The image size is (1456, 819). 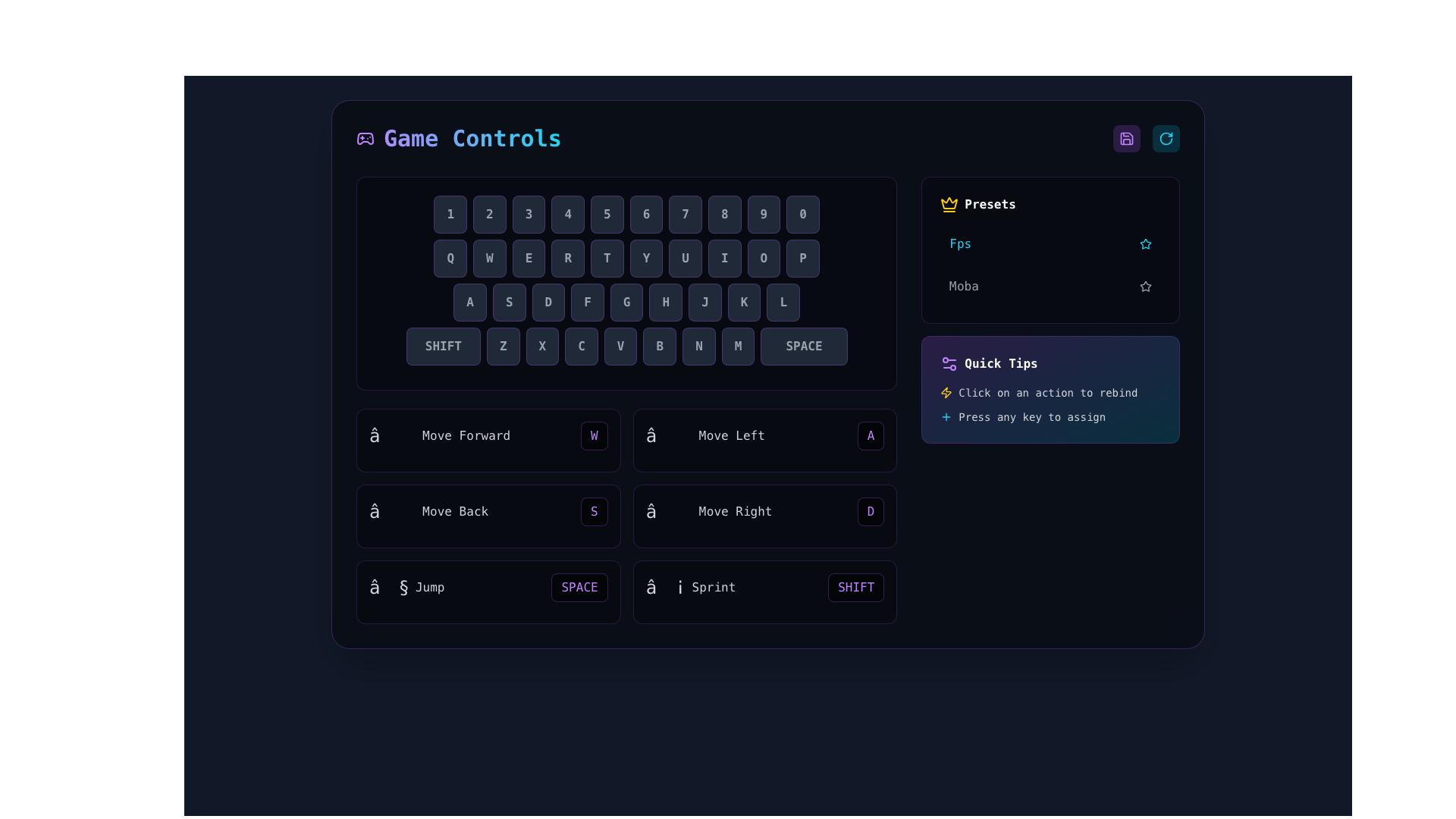 I want to click on the 'W' button in the 'Move Forward' section of the Game Controls interface, styled with a purple font color and dark semi-transparent background, so click(x=593, y=435).